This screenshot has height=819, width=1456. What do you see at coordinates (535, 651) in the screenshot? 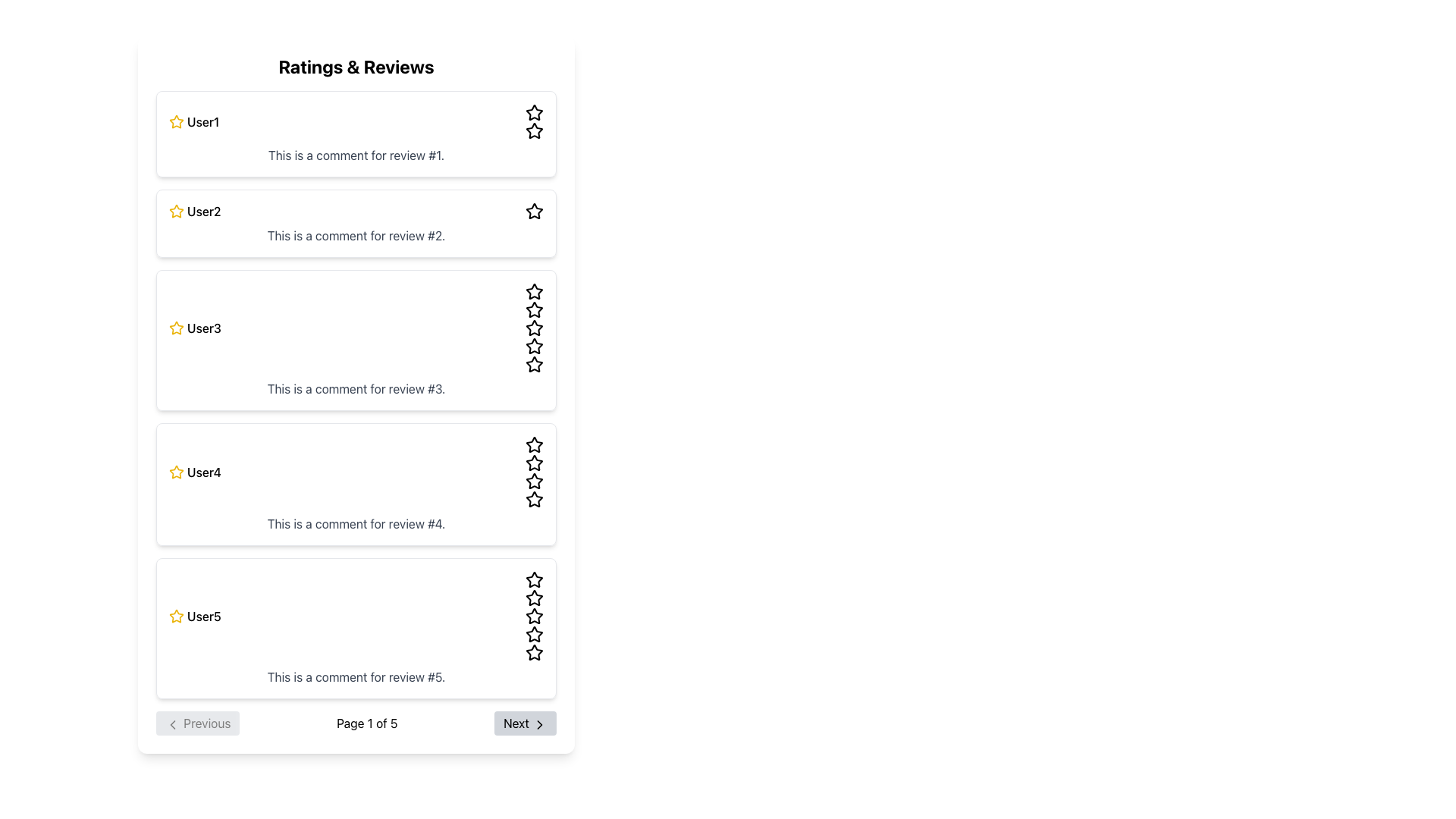
I see `the fifth star icon in the rating system associated with 'User5's' review` at bounding box center [535, 651].